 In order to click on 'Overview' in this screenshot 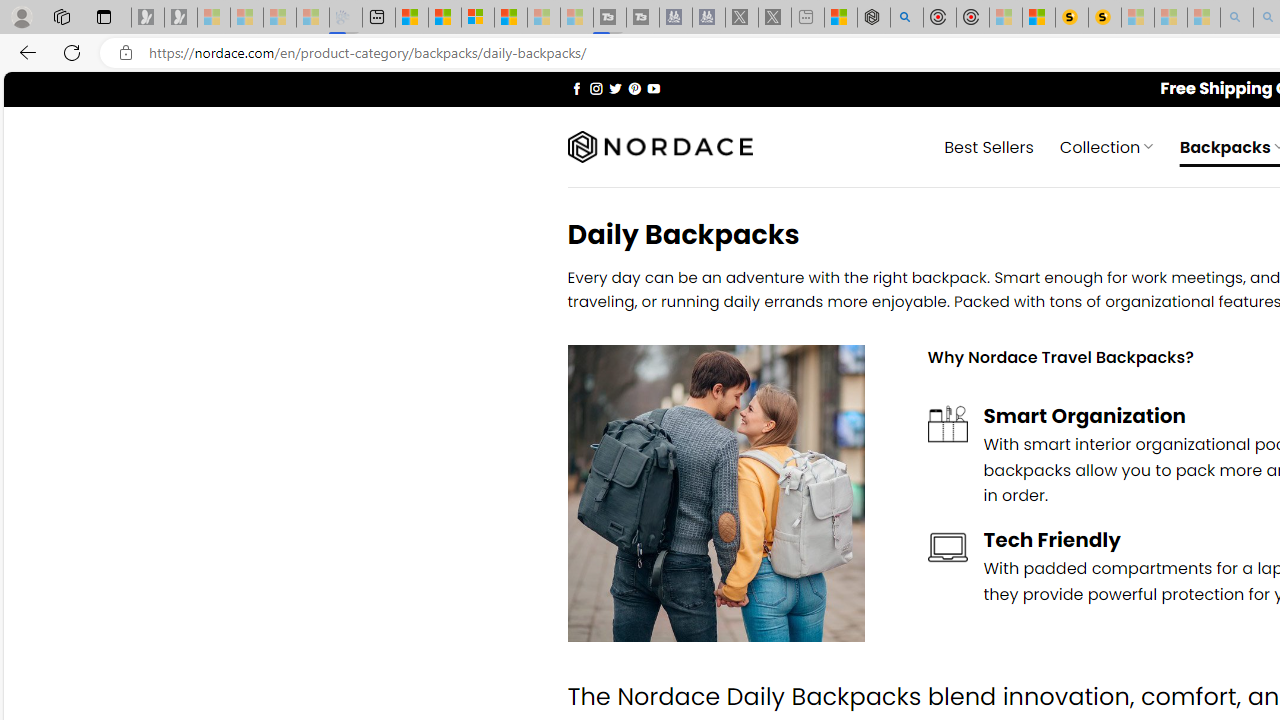, I will do `click(477, 17)`.